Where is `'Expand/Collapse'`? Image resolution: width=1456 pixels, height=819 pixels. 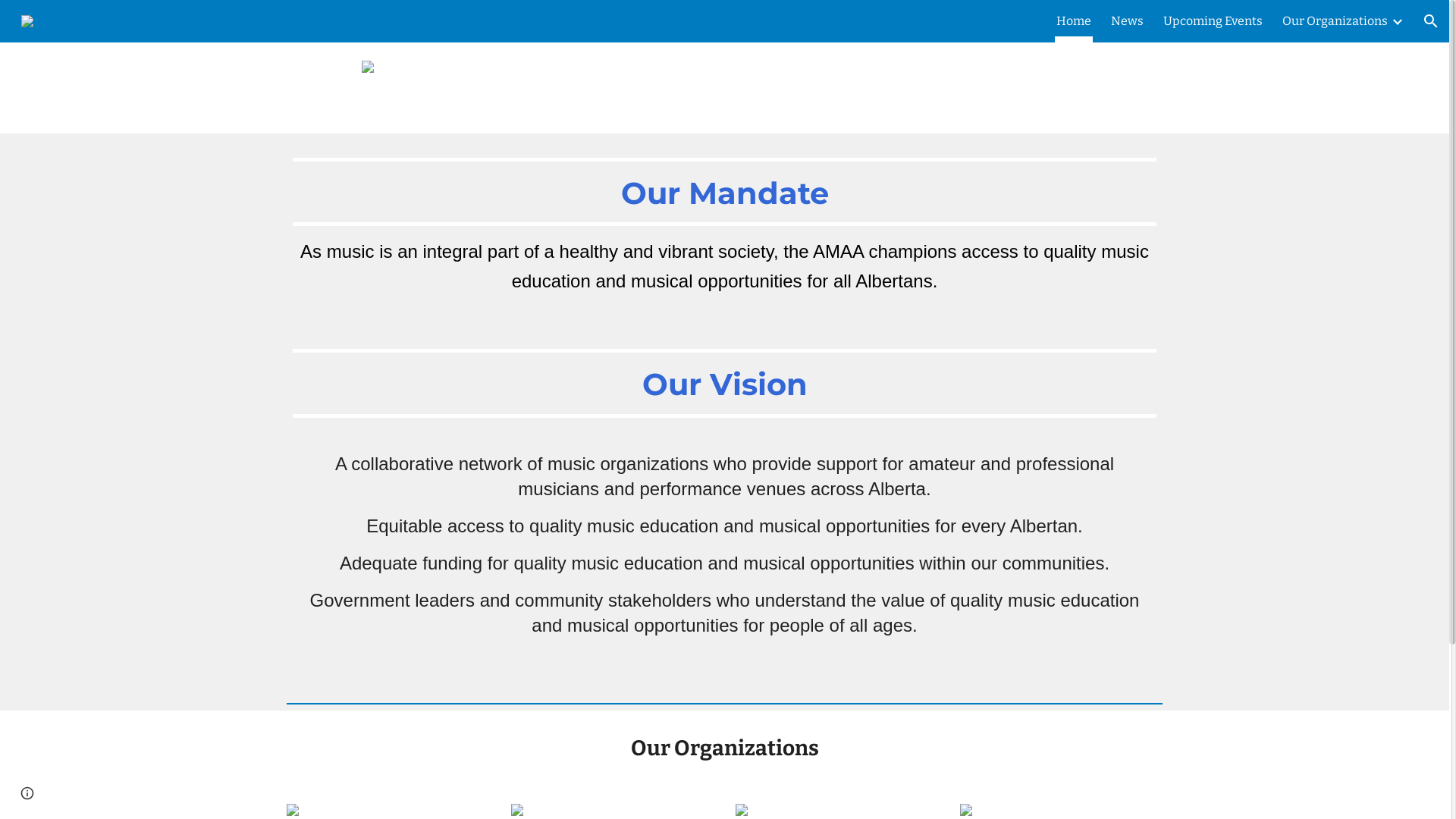 'Expand/Collapse' is located at coordinates (1390, 20).